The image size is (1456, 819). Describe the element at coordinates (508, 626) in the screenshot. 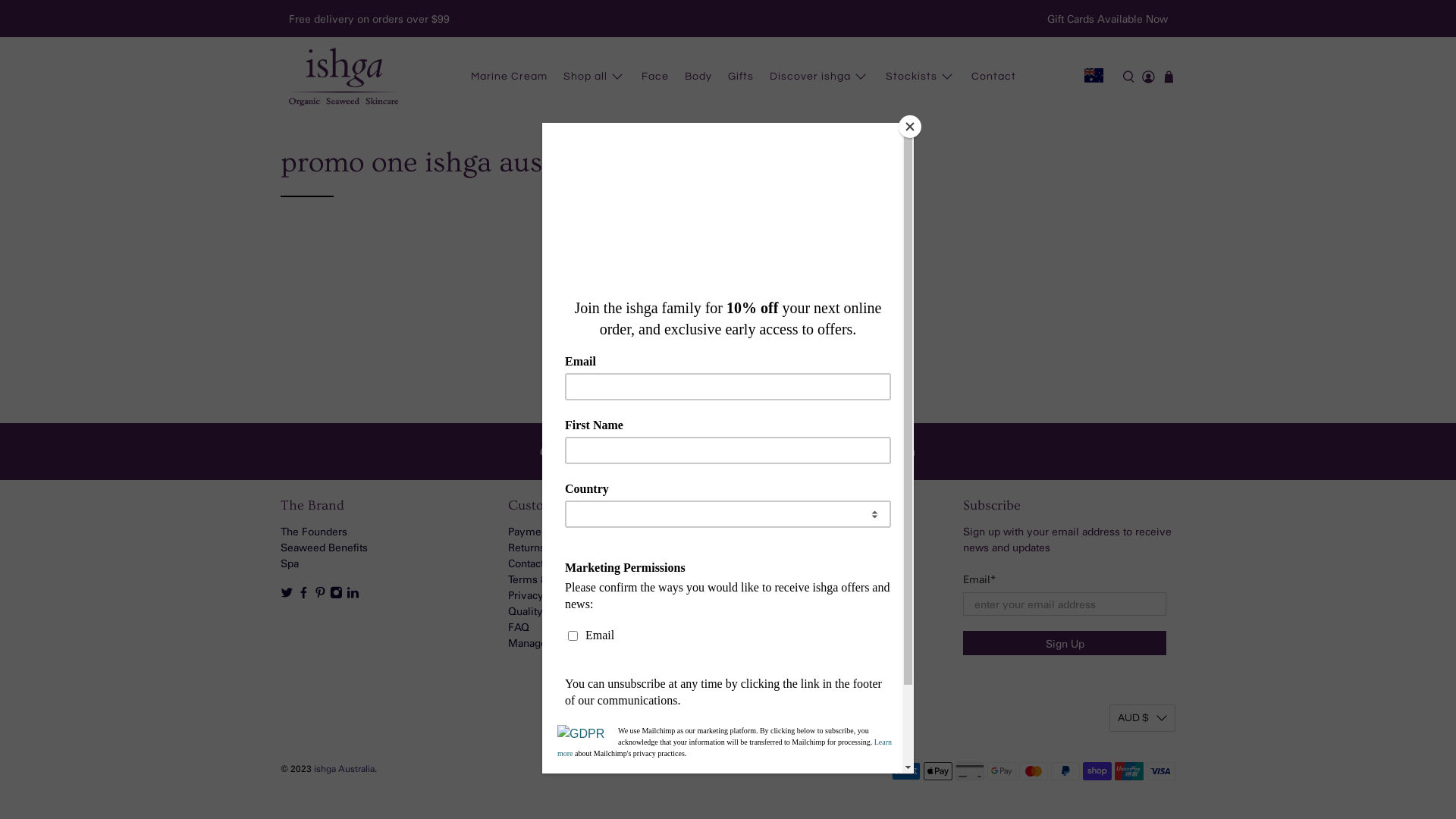

I see `'FAQ'` at that location.